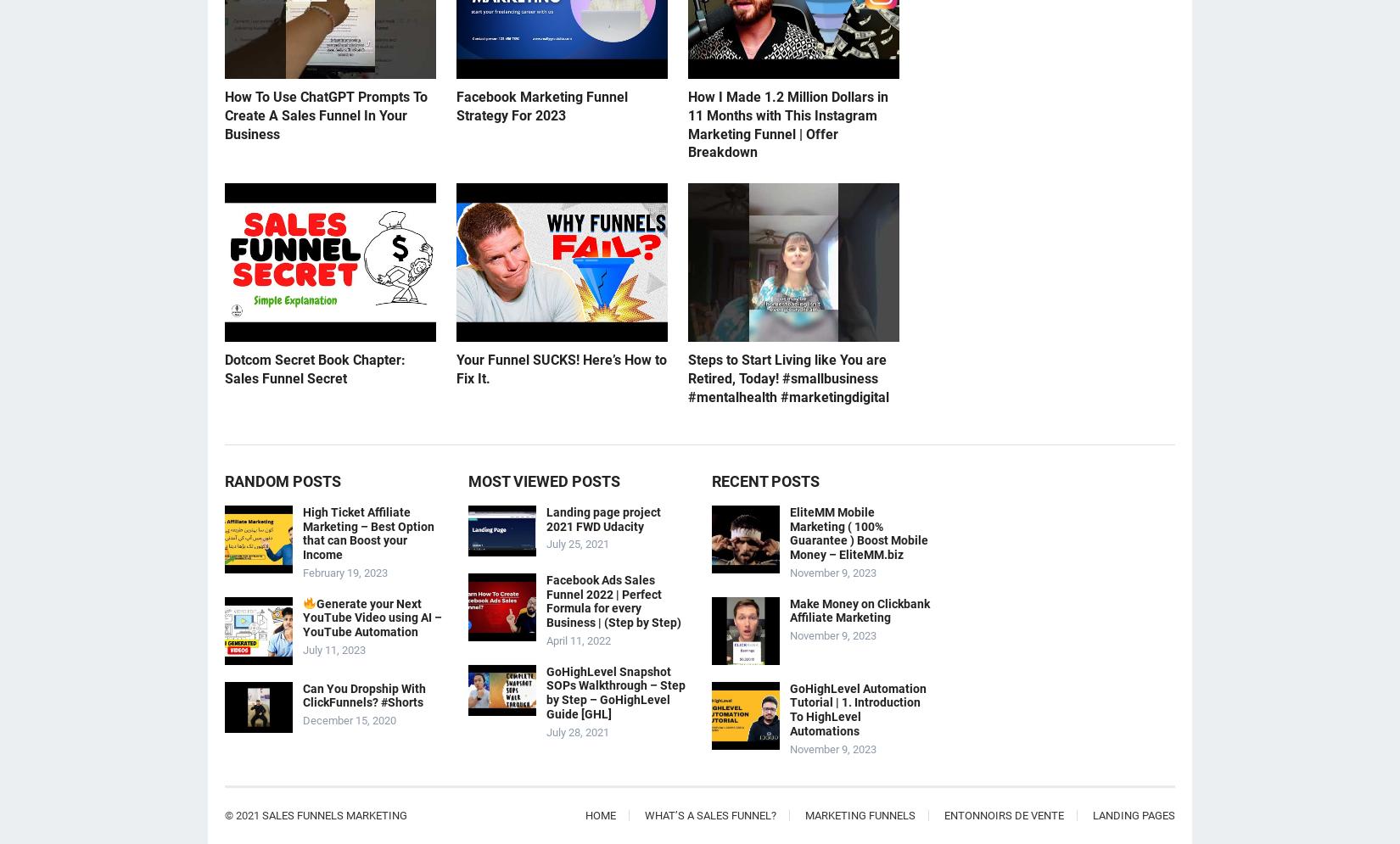 Image resolution: width=1400 pixels, height=844 pixels. Describe the element at coordinates (345, 571) in the screenshot. I see `'February 19, 2023'` at that location.